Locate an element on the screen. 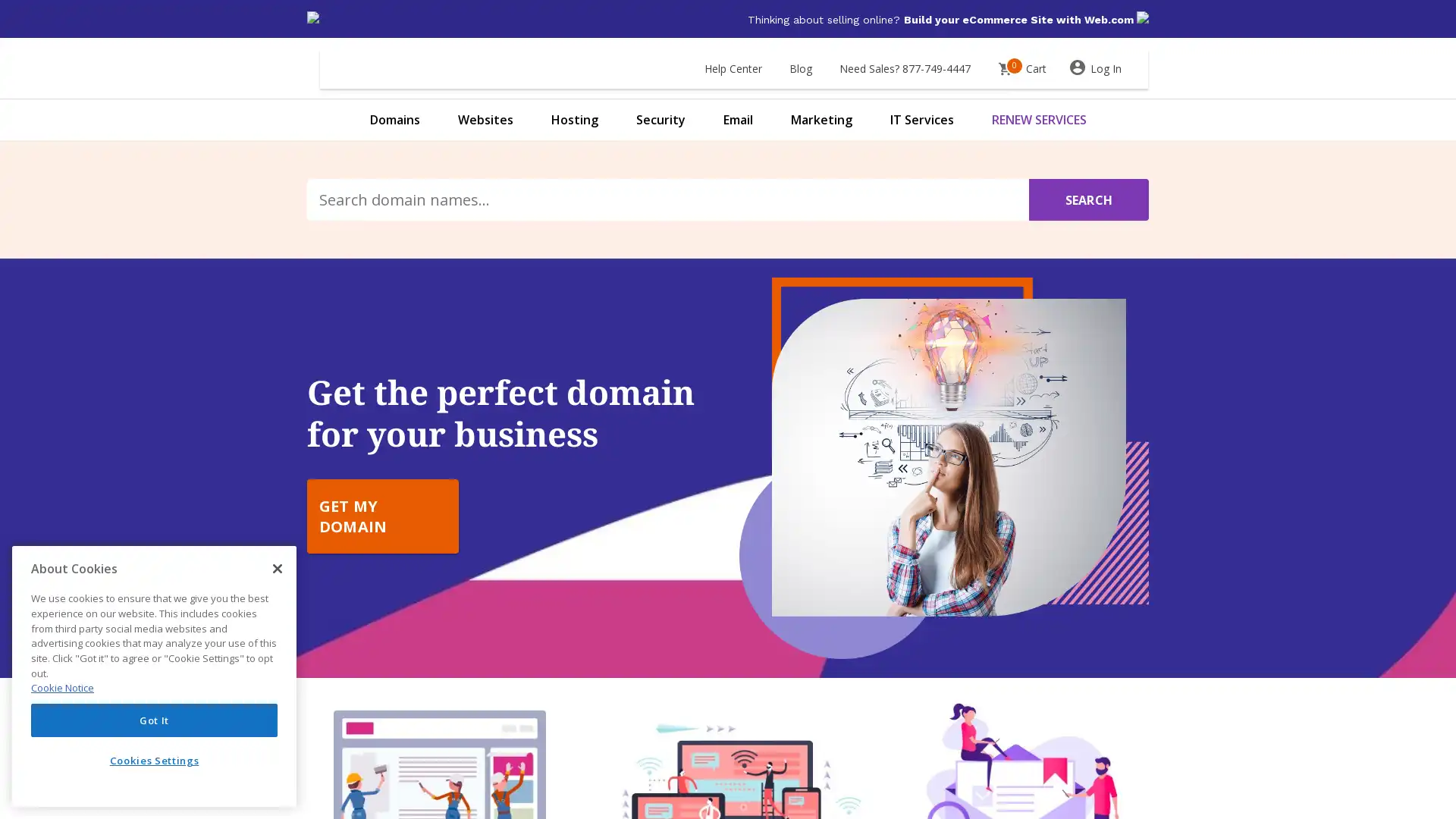 The width and height of the screenshot is (1456, 819). Explore your accessibility options is located at coordinates (24, 742).